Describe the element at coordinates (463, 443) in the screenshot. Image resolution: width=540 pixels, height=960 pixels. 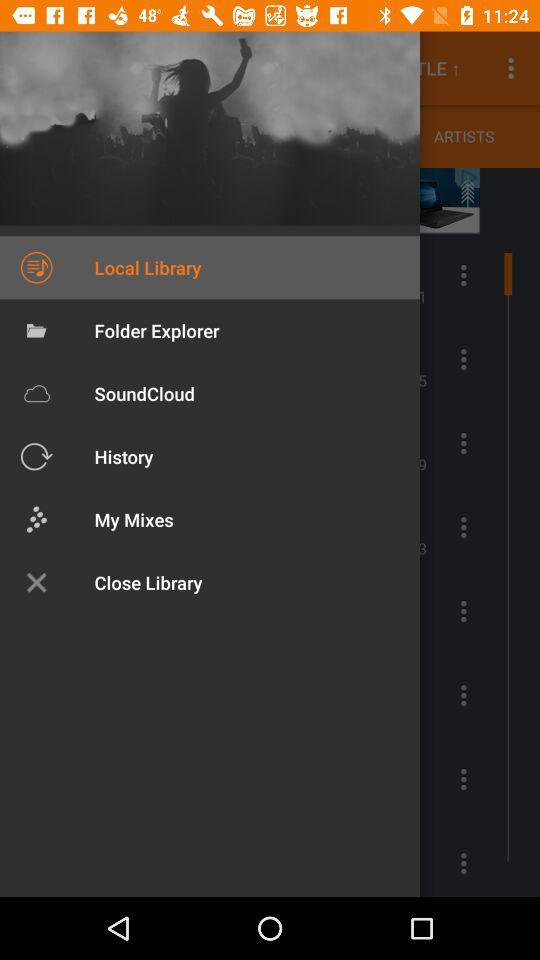
I see `the more icon` at that location.